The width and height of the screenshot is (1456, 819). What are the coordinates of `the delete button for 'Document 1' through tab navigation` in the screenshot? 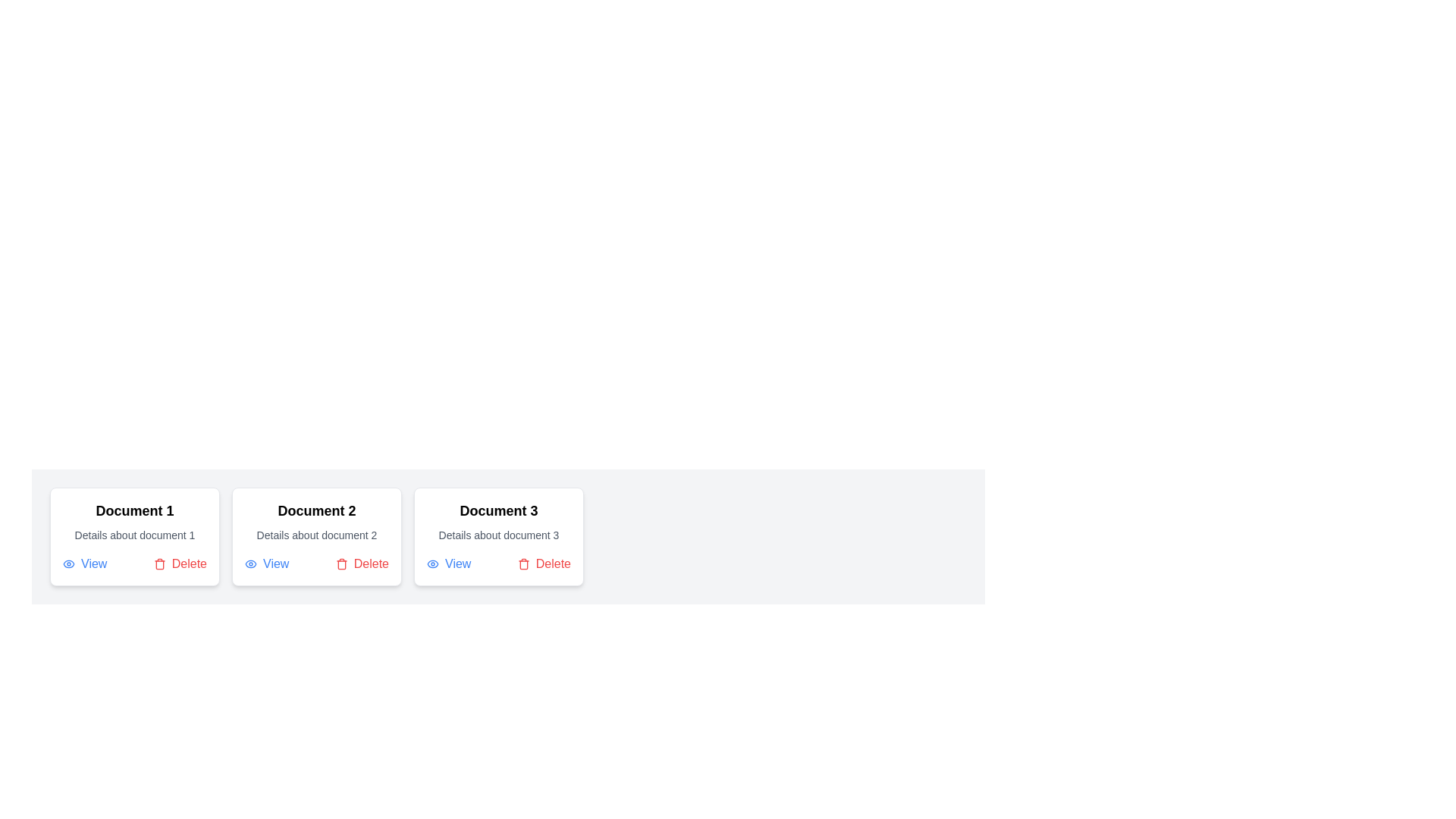 It's located at (180, 564).